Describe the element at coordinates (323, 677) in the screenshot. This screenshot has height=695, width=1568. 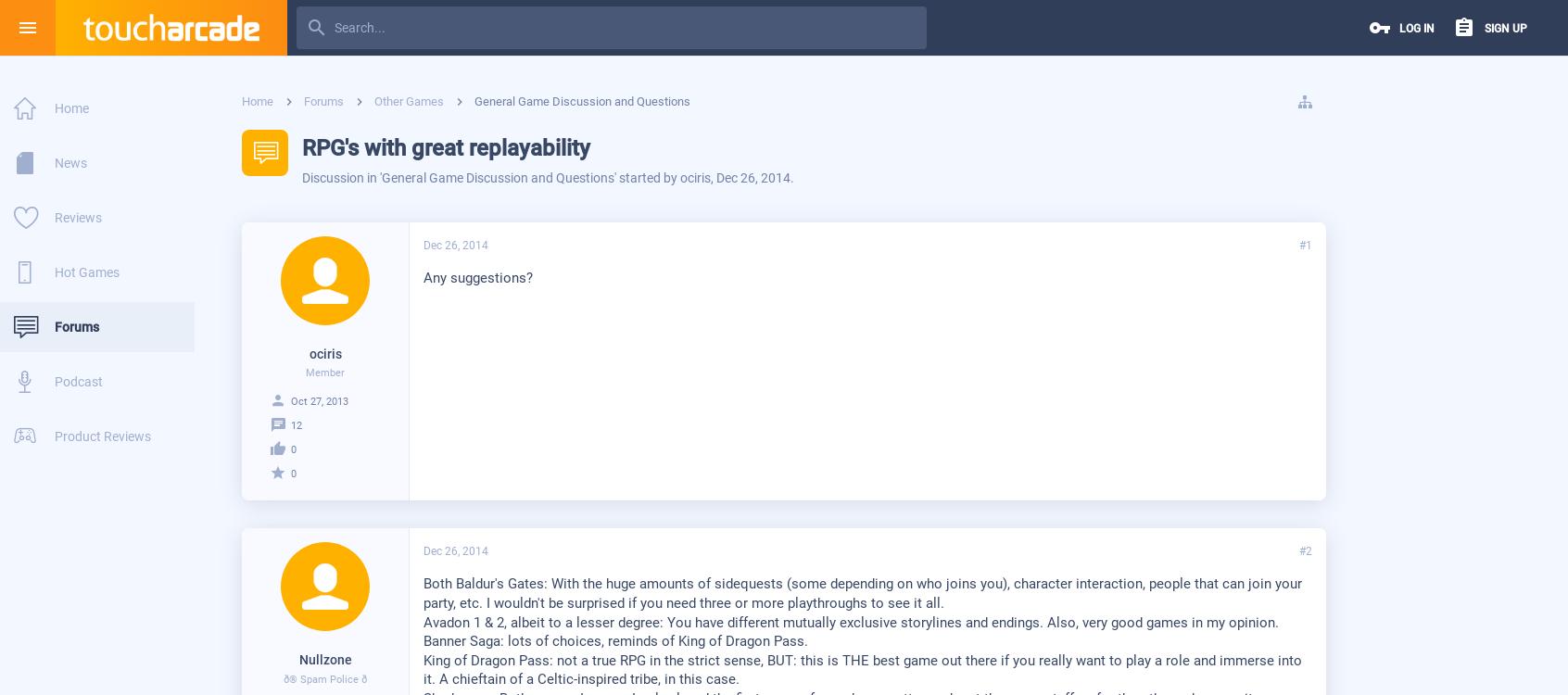
I see `'ð® Spam Police ð'` at that location.